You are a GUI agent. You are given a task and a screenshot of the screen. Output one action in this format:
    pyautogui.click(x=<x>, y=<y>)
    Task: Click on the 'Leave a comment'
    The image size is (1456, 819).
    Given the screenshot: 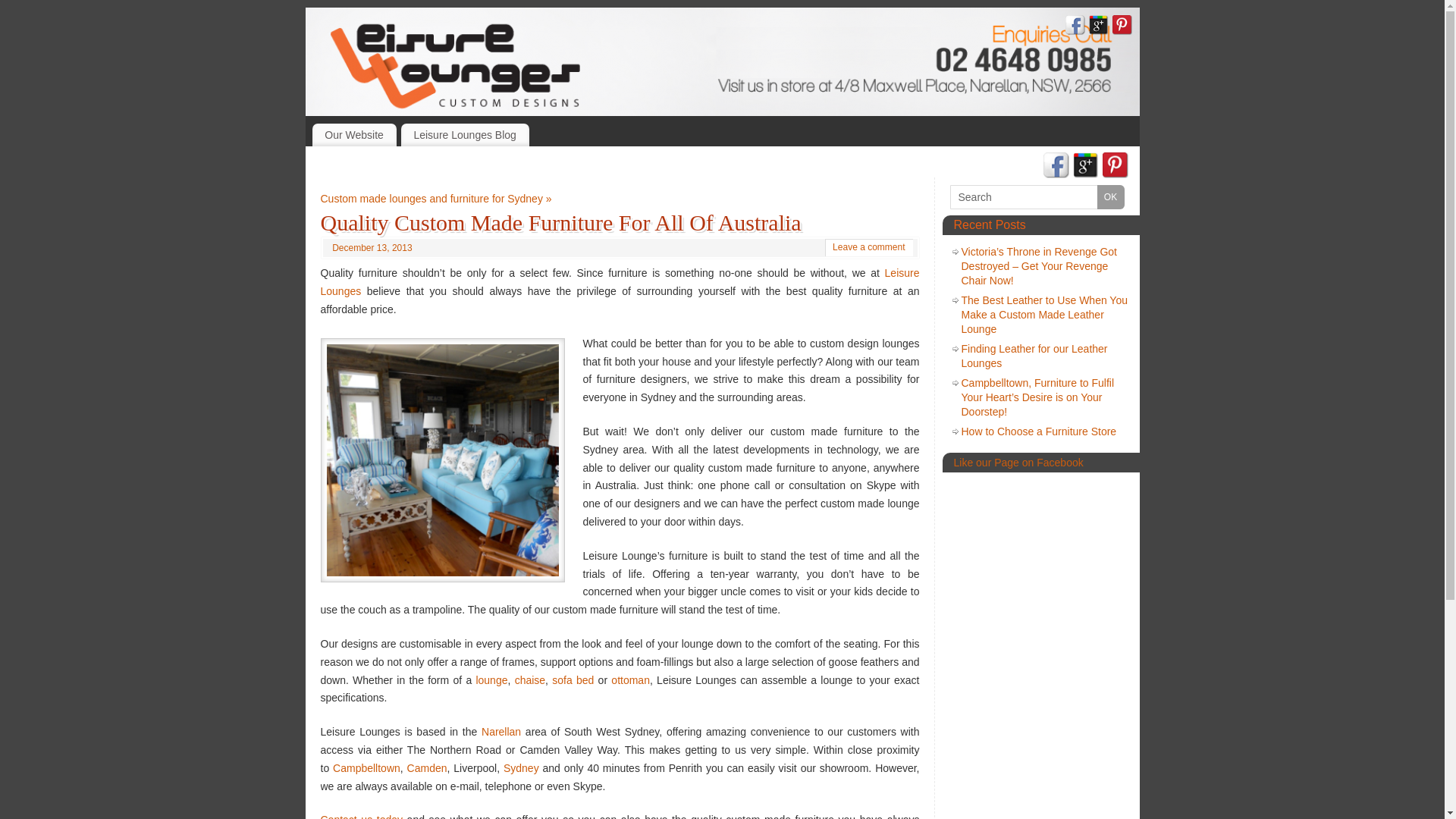 What is the action you would take?
    pyautogui.click(x=868, y=246)
    